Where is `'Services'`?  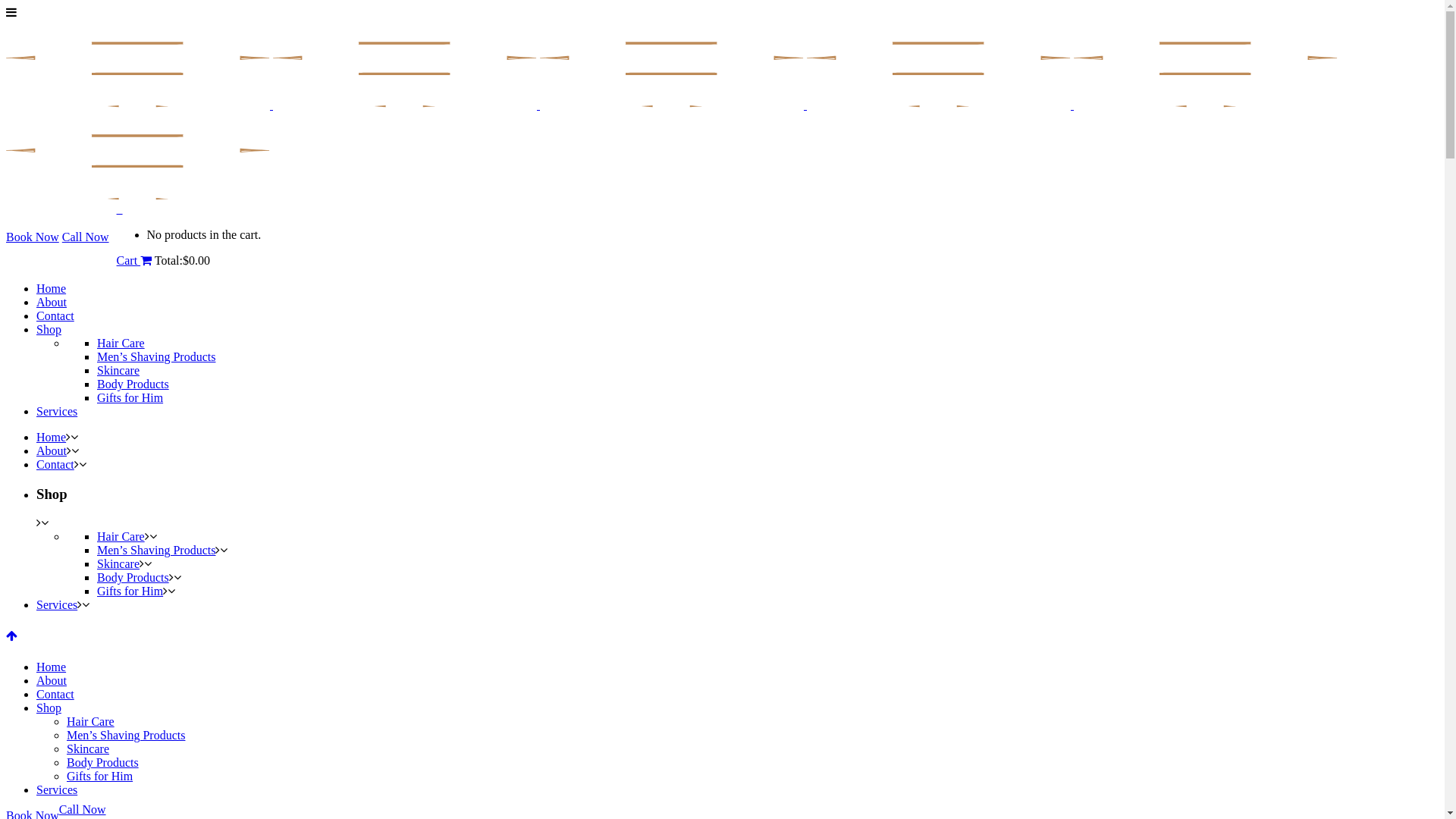 'Services' is located at coordinates (57, 789).